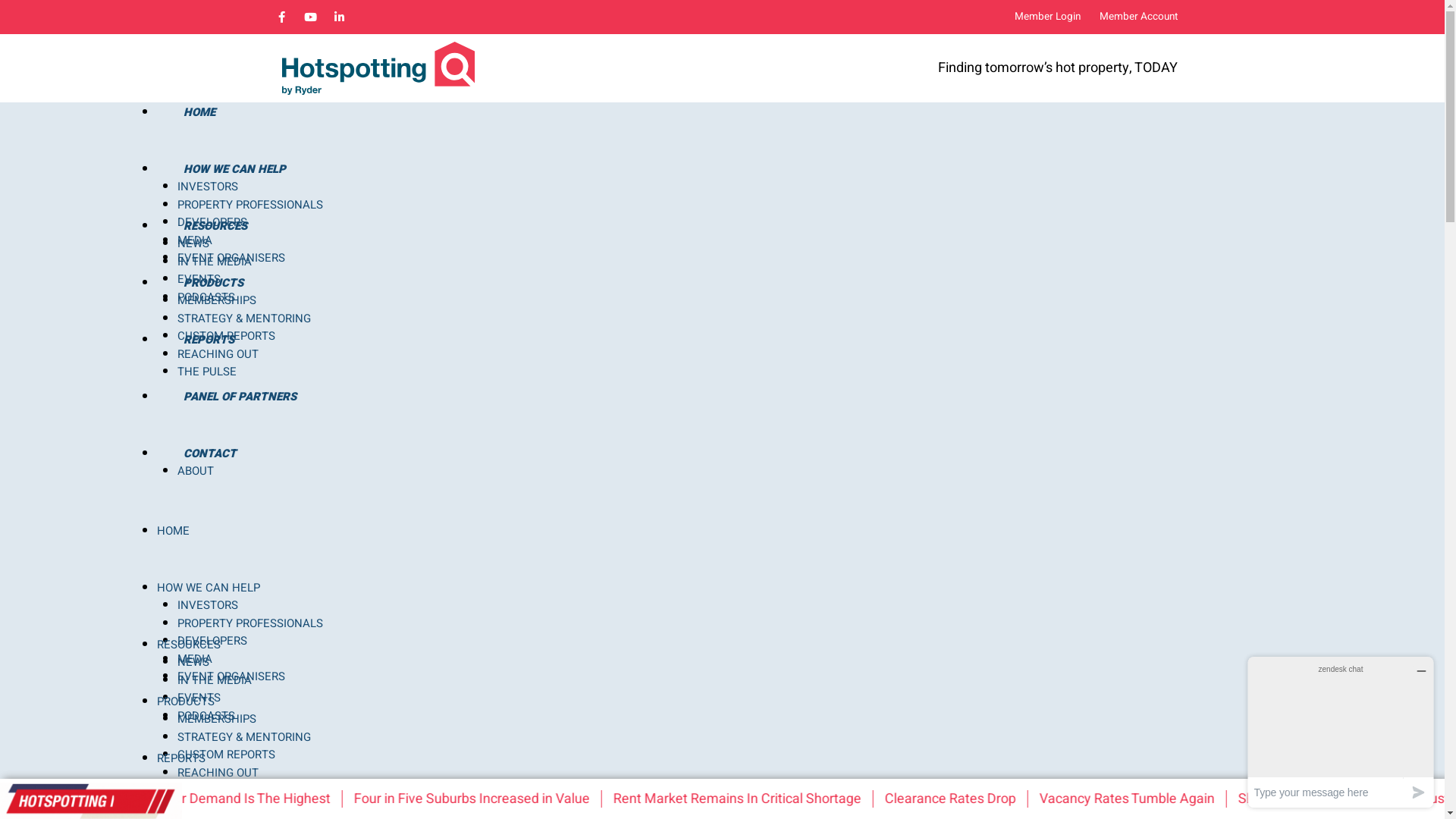  What do you see at coordinates (214, 260) in the screenshot?
I see `'IN THE MEDIA'` at bounding box center [214, 260].